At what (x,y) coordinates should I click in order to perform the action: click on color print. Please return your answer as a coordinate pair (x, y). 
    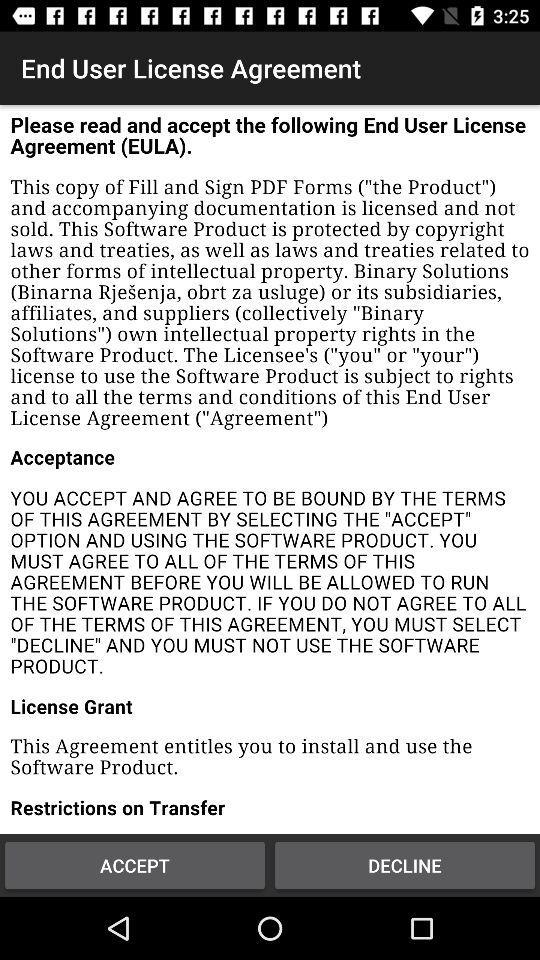
    Looking at the image, I should click on (270, 469).